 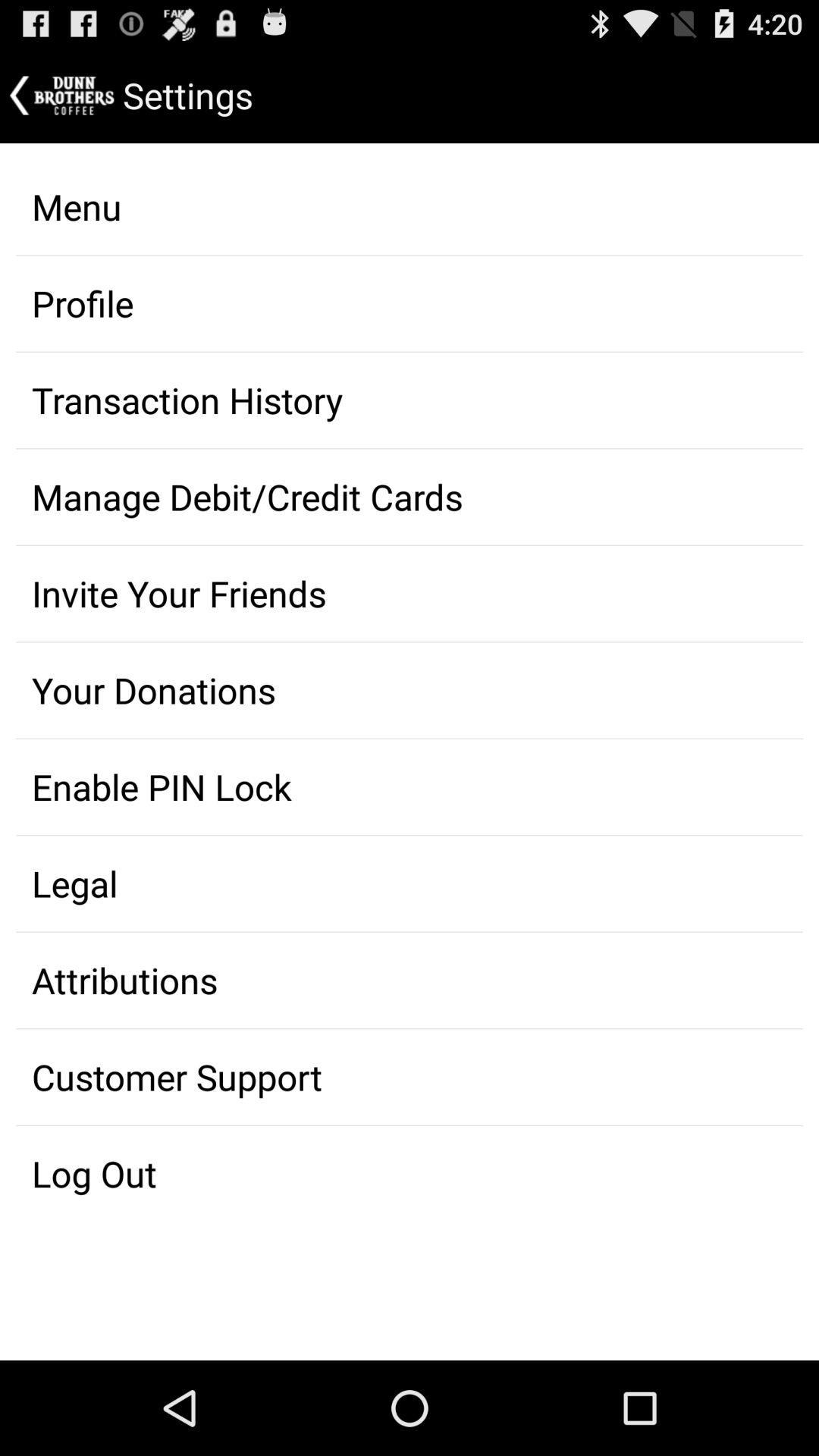 What do you see at coordinates (409, 689) in the screenshot?
I see `icon above enable pin lock item` at bounding box center [409, 689].